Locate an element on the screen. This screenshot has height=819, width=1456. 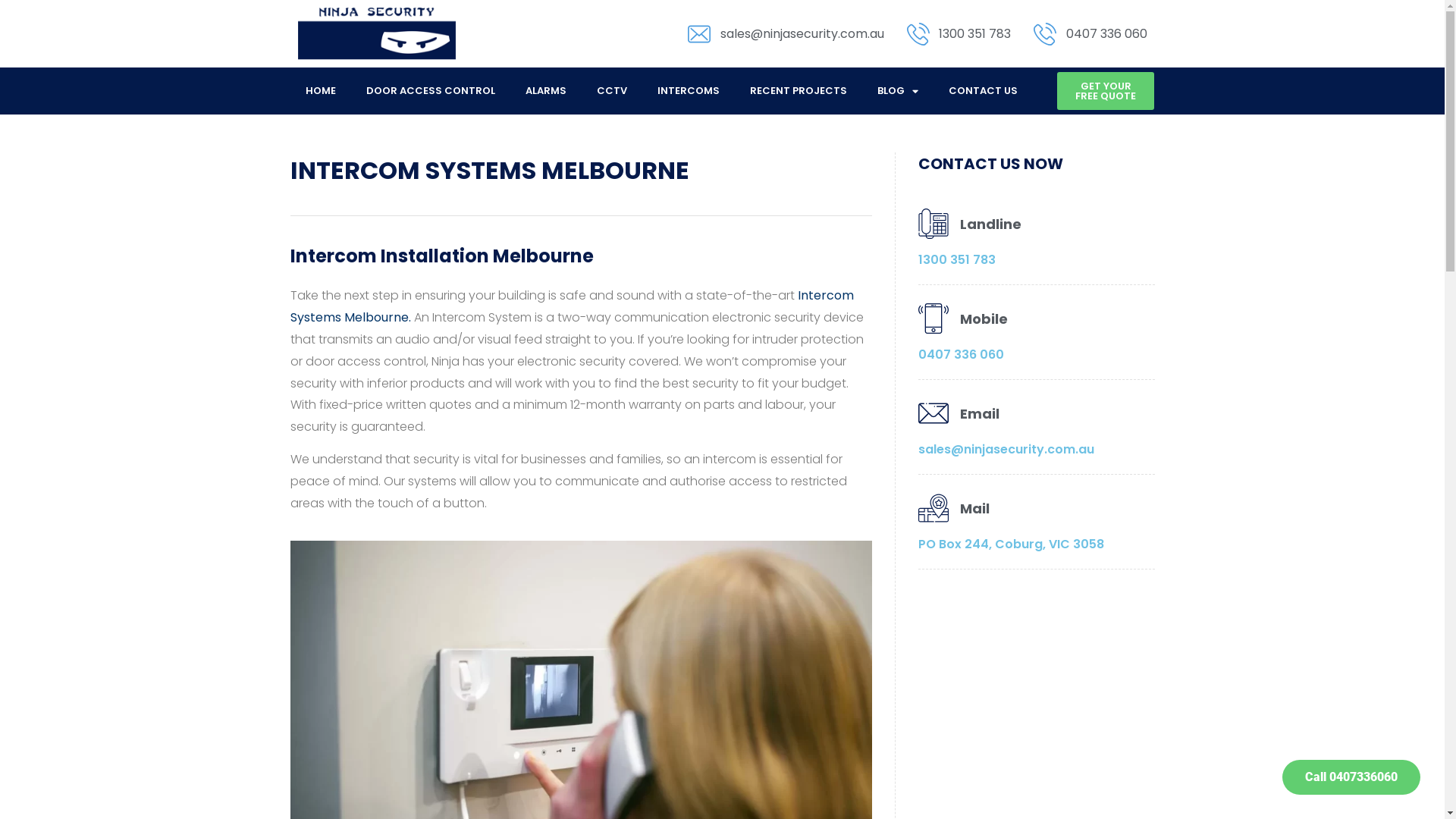
'PO Box 244, Coburg, VIC 3058' is located at coordinates (916, 543).